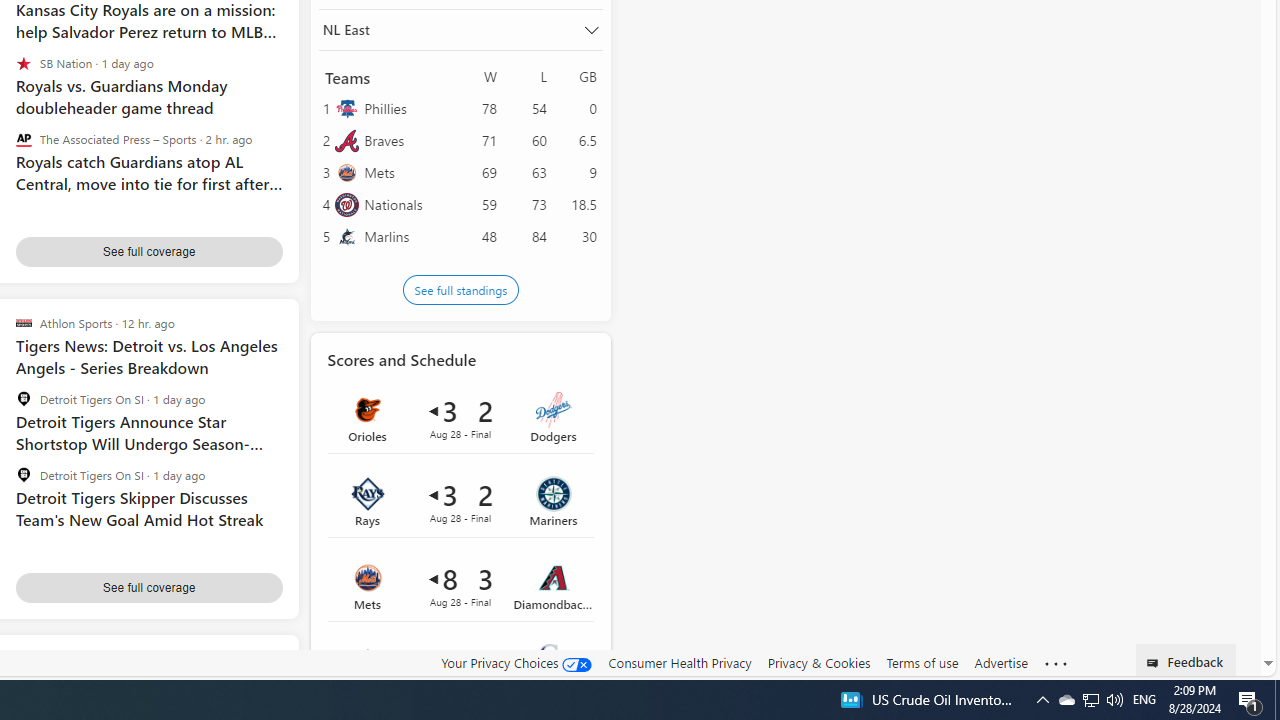 The image size is (1280, 720). Describe the element at coordinates (459, 585) in the screenshot. I see `'Mets 8 vs Diamondbacks 3Final Date Aug 28'` at that location.